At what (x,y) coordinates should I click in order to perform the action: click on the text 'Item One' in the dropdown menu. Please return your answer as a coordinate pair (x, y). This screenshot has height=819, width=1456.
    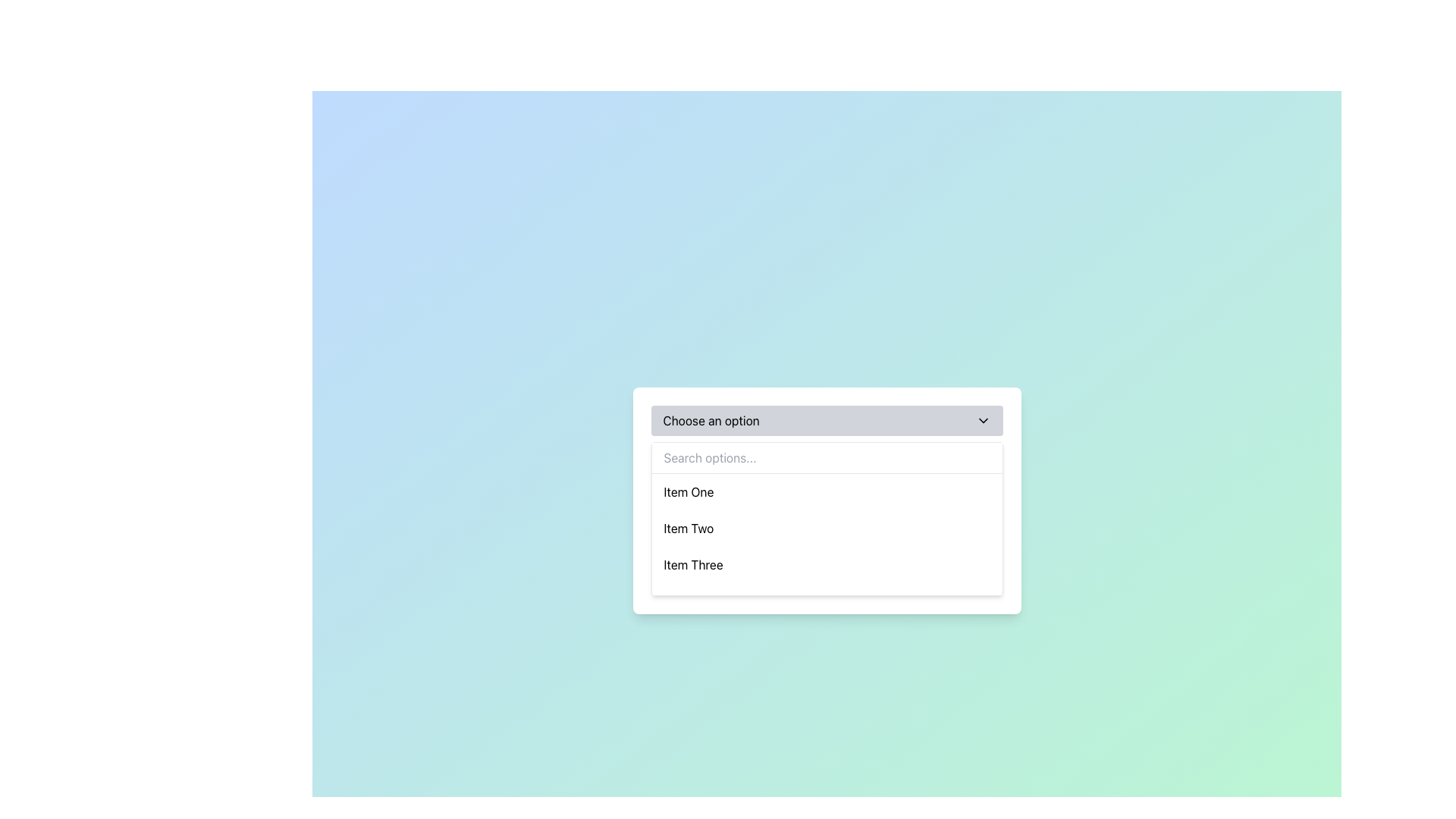
    Looking at the image, I should click on (687, 491).